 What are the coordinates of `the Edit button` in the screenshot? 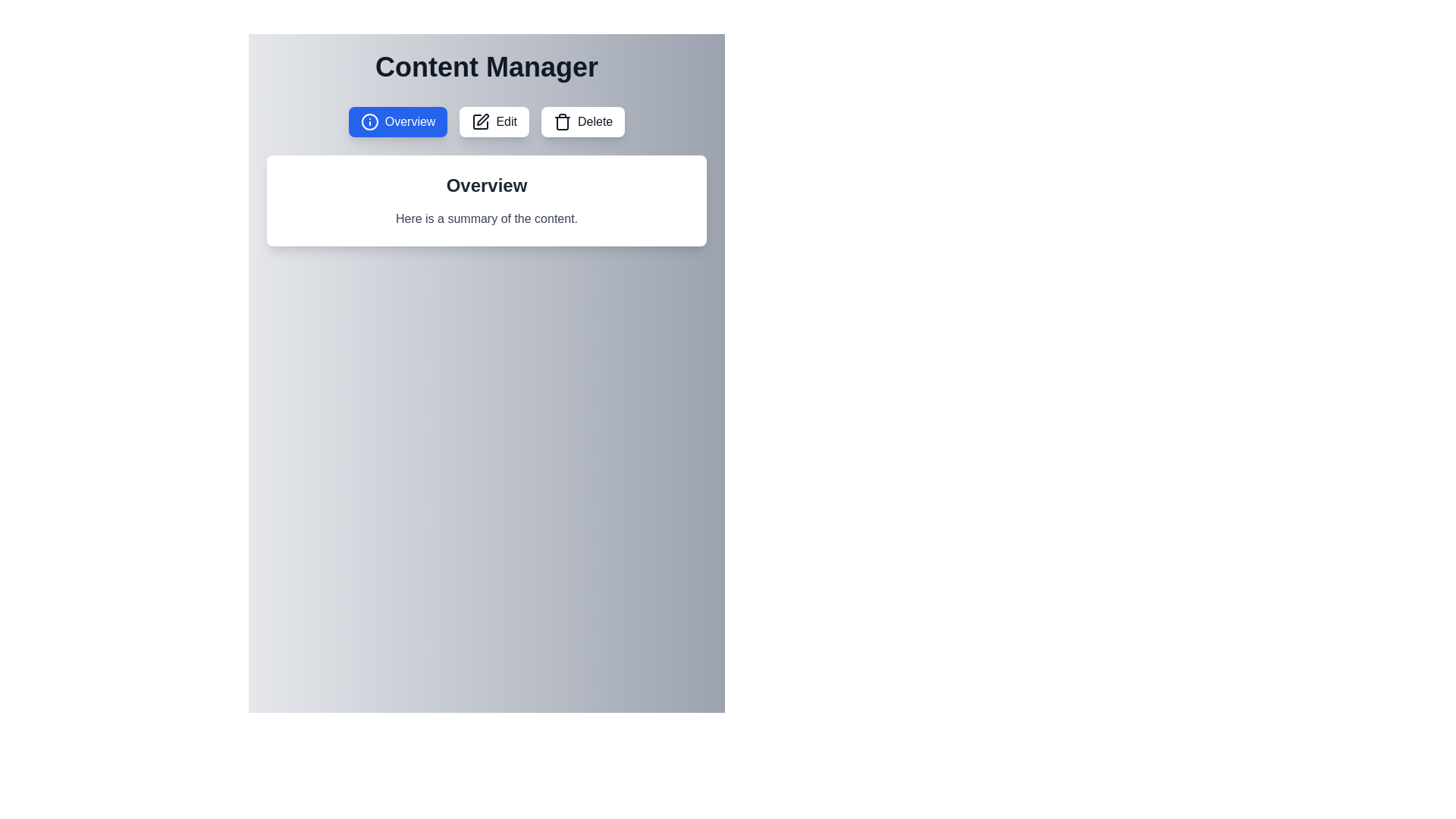 It's located at (494, 121).